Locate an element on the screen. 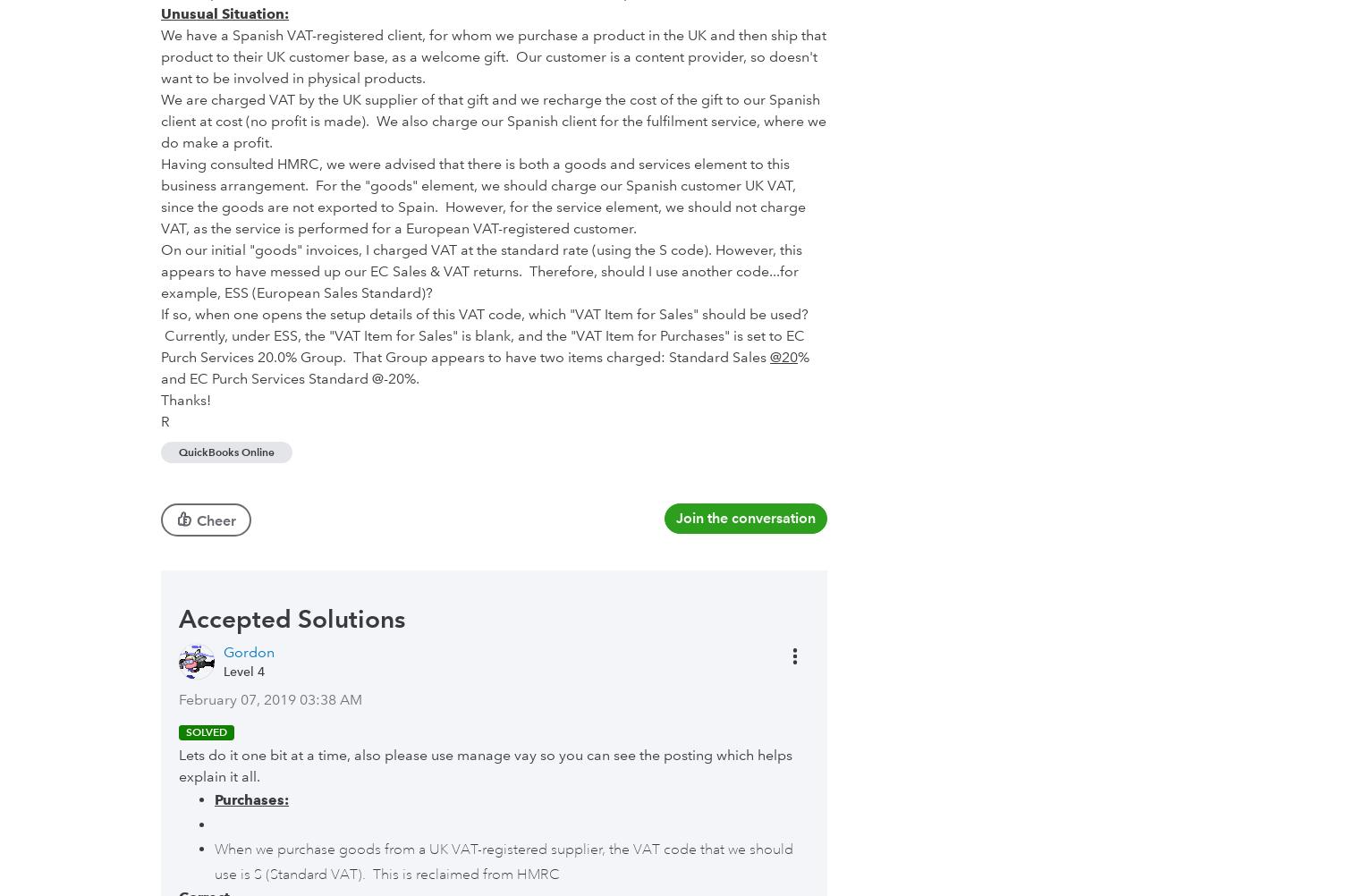  '‎February 07, 2019' is located at coordinates (237, 697).